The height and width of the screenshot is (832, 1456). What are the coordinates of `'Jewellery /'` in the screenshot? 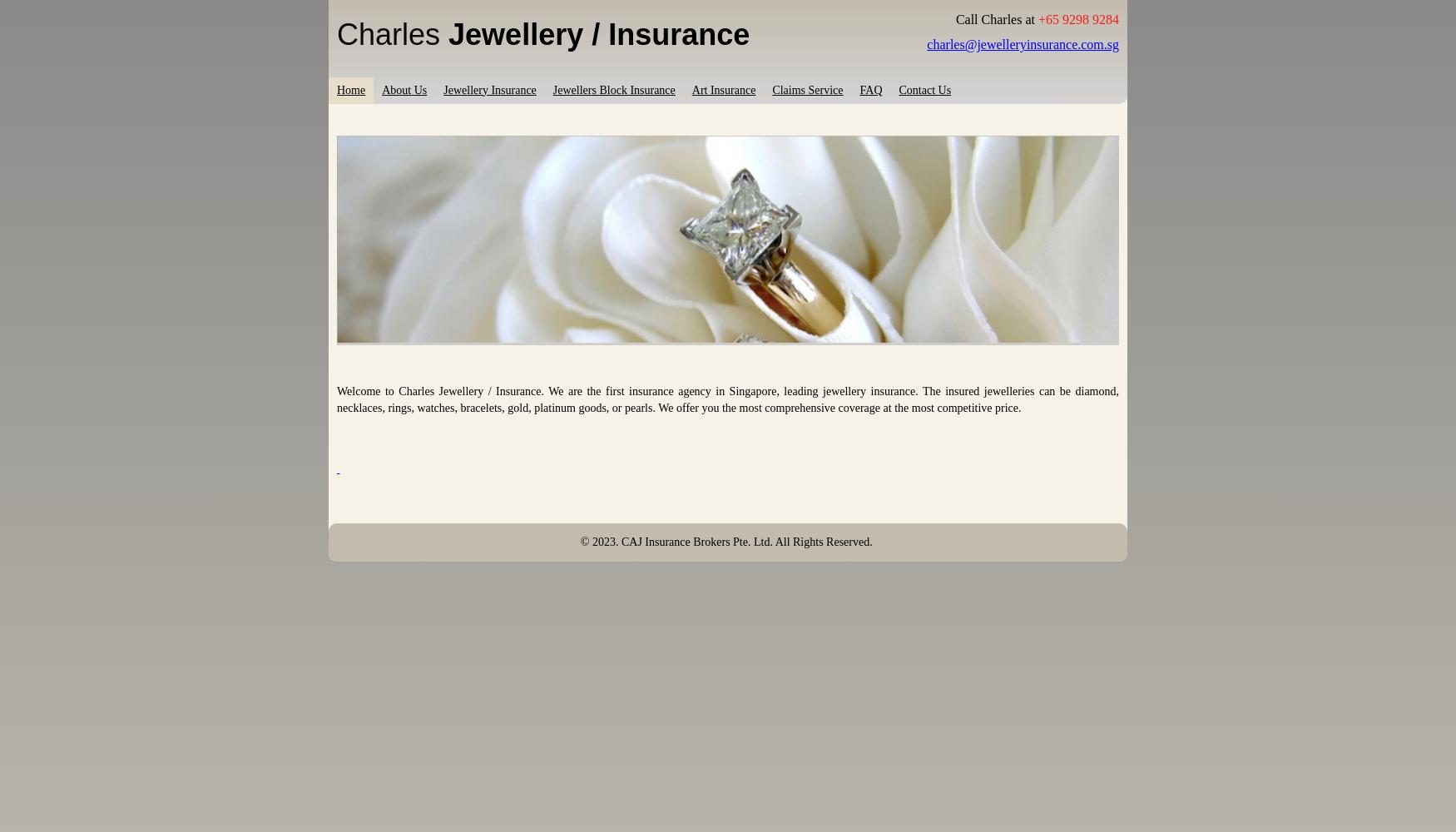 It's located at (527, 33).